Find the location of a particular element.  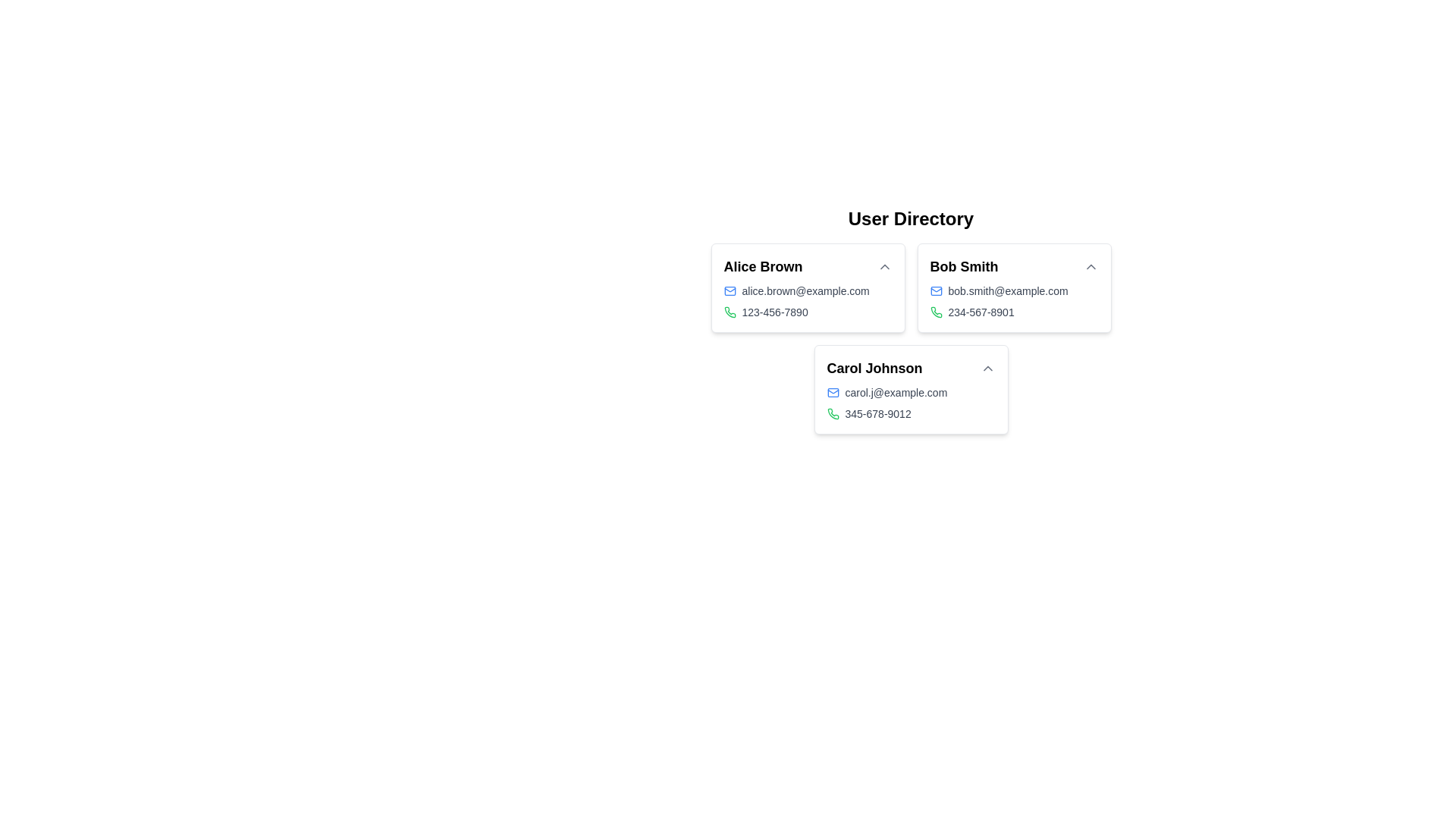

the small blue envelope icon representing the email symbol located to the left of 'bob.smith@example.com' in the 'Bob Smith' card in the user directory interface is located at coordinates (935, 291).